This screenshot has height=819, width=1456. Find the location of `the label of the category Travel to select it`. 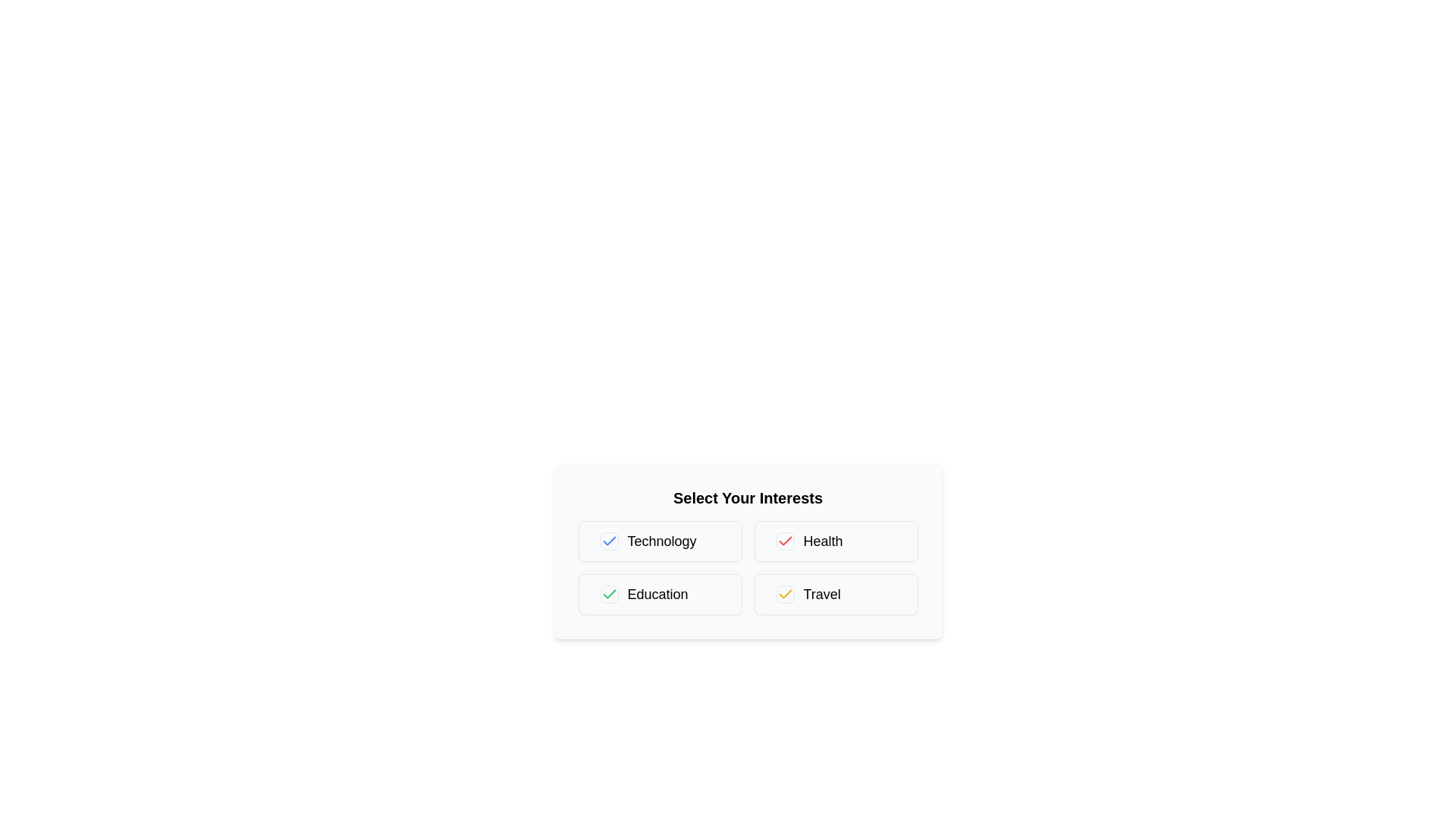

the label of the category Travel to select it is located at coordinates (835, 593).